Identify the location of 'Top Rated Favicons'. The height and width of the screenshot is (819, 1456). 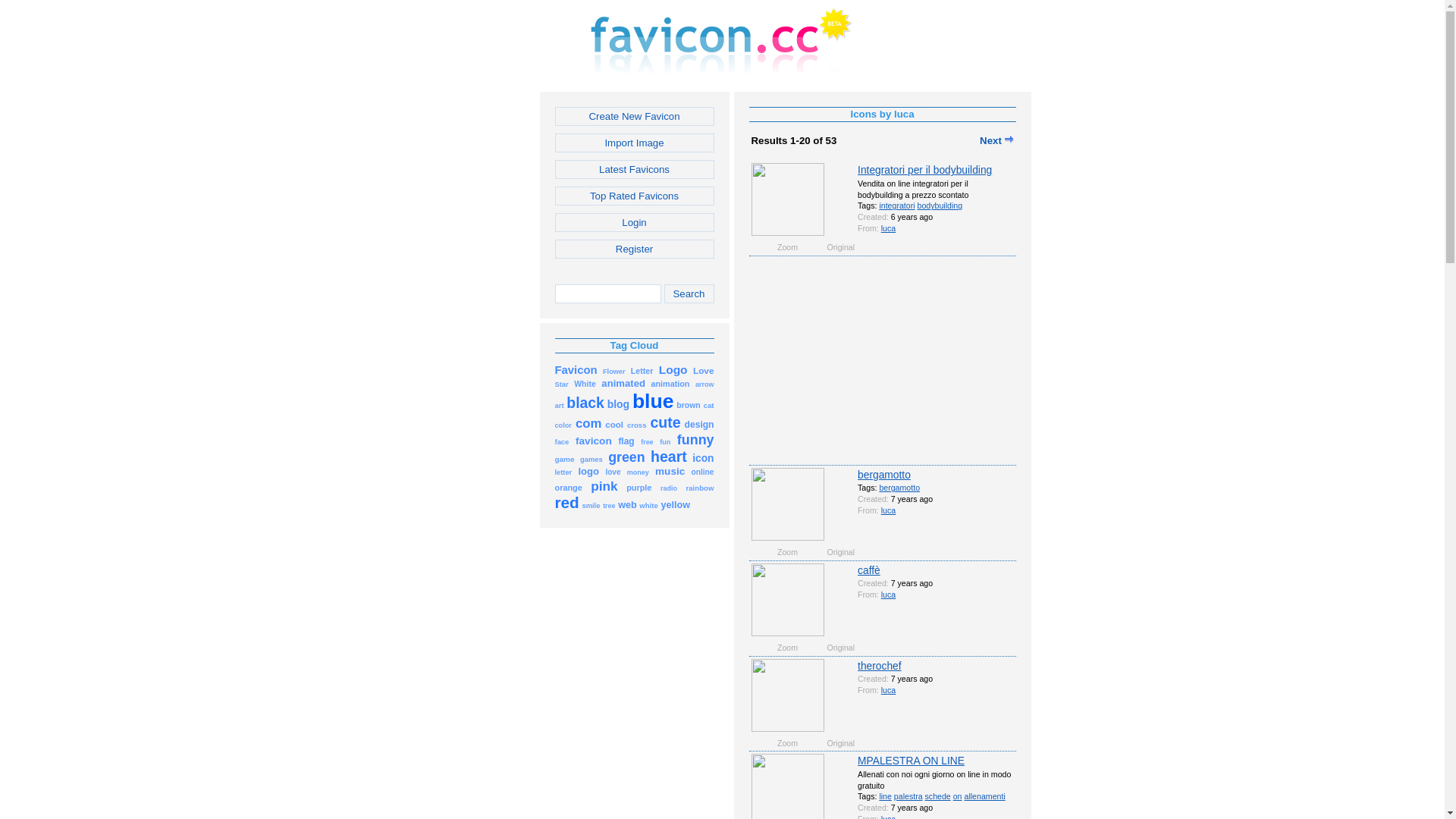
(634, 195).